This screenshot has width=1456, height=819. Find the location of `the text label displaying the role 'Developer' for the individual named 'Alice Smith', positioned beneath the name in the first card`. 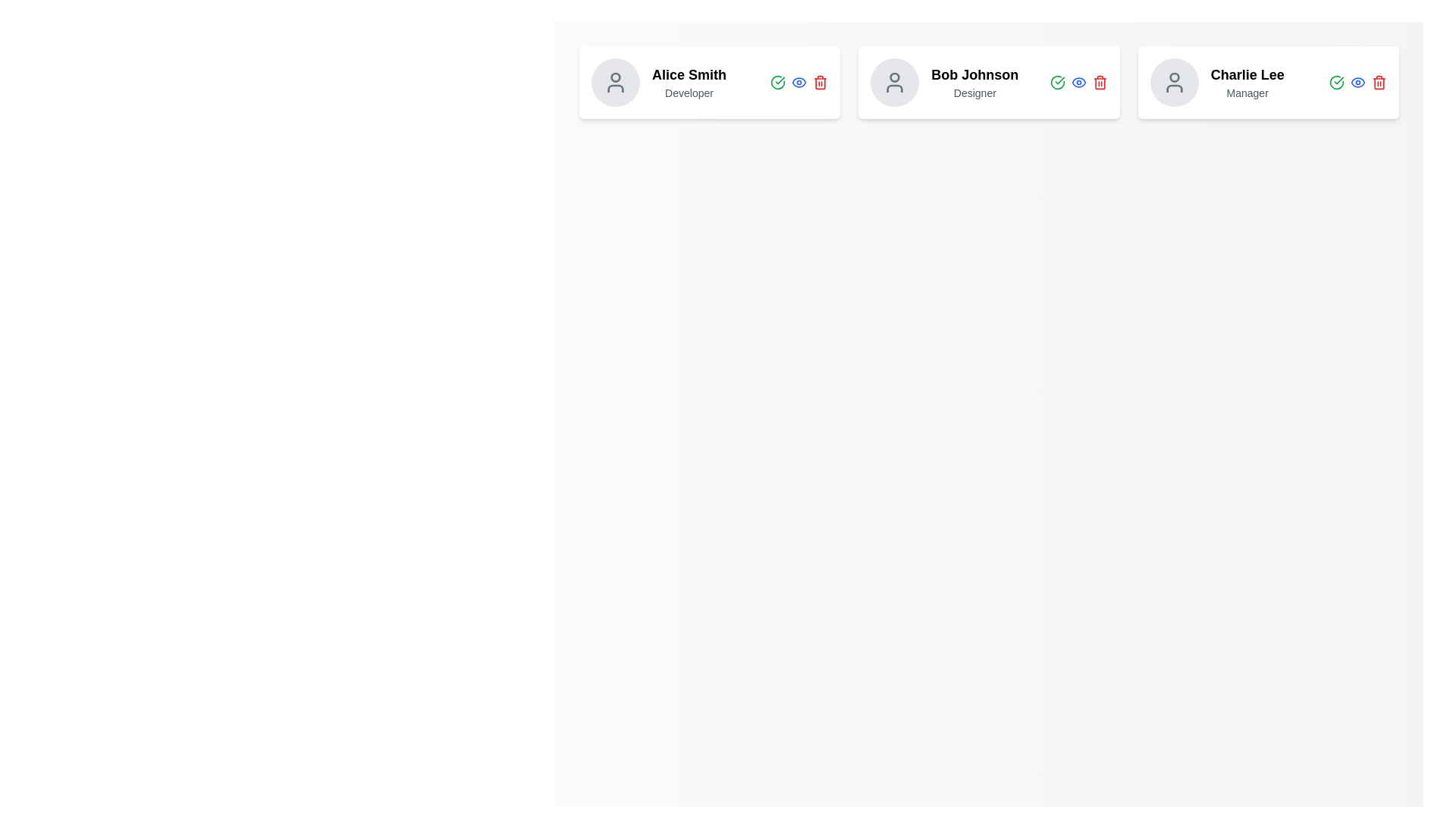

the text label displaying the role 'Developer' for the individual named 'Alice Smith', positioned beneath the name in the first card is located at coordinates (688, 93).